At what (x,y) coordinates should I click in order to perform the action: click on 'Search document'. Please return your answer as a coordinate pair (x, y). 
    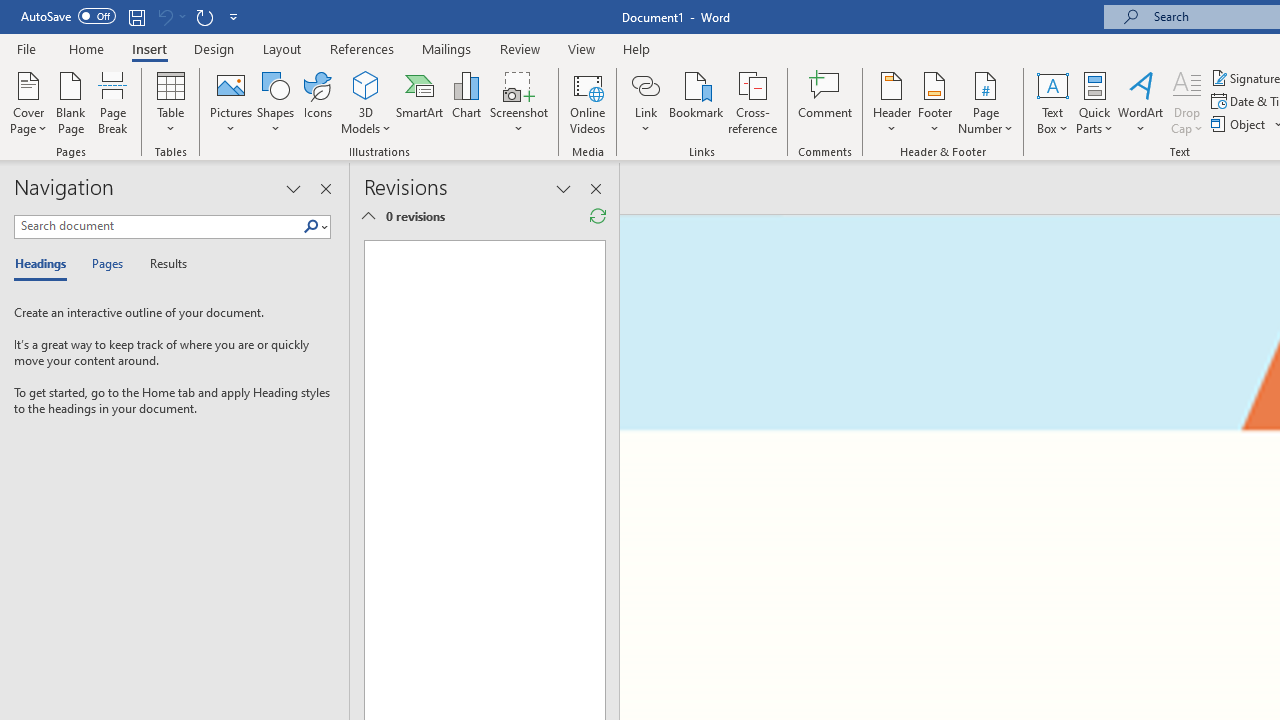
    Looking at the image, I should click on (157, 225).